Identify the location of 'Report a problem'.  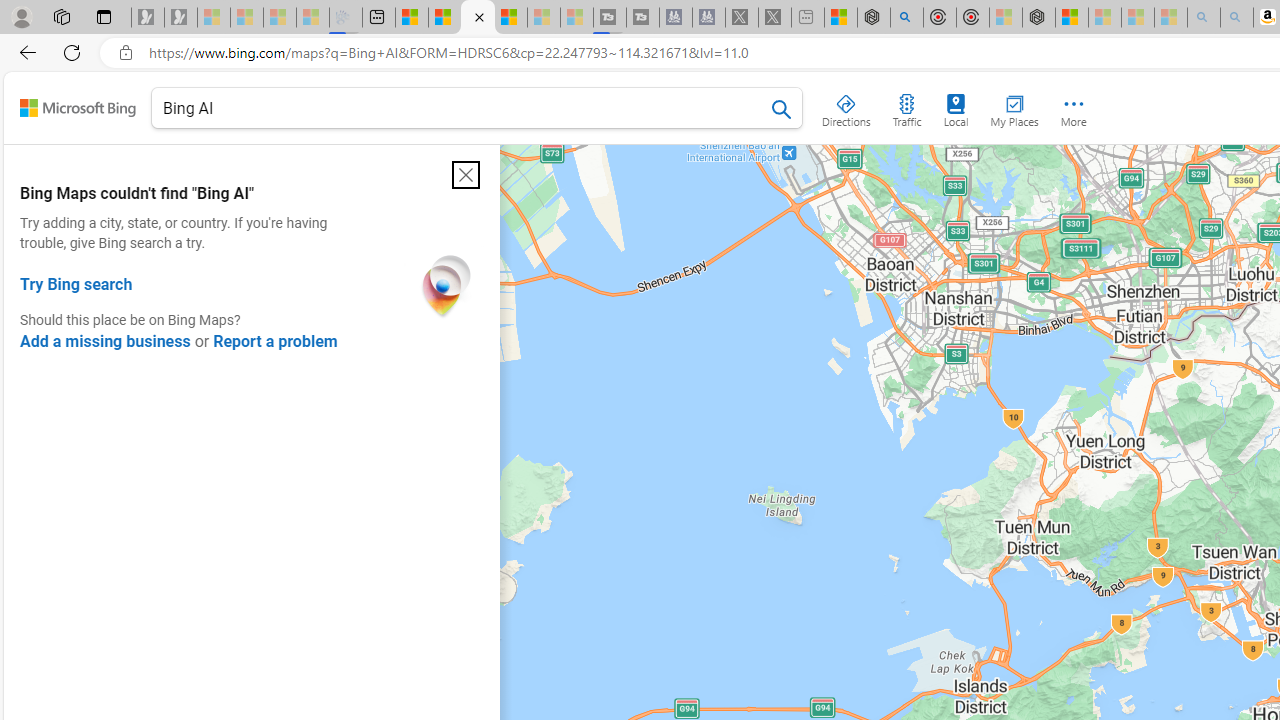
(274, 340).